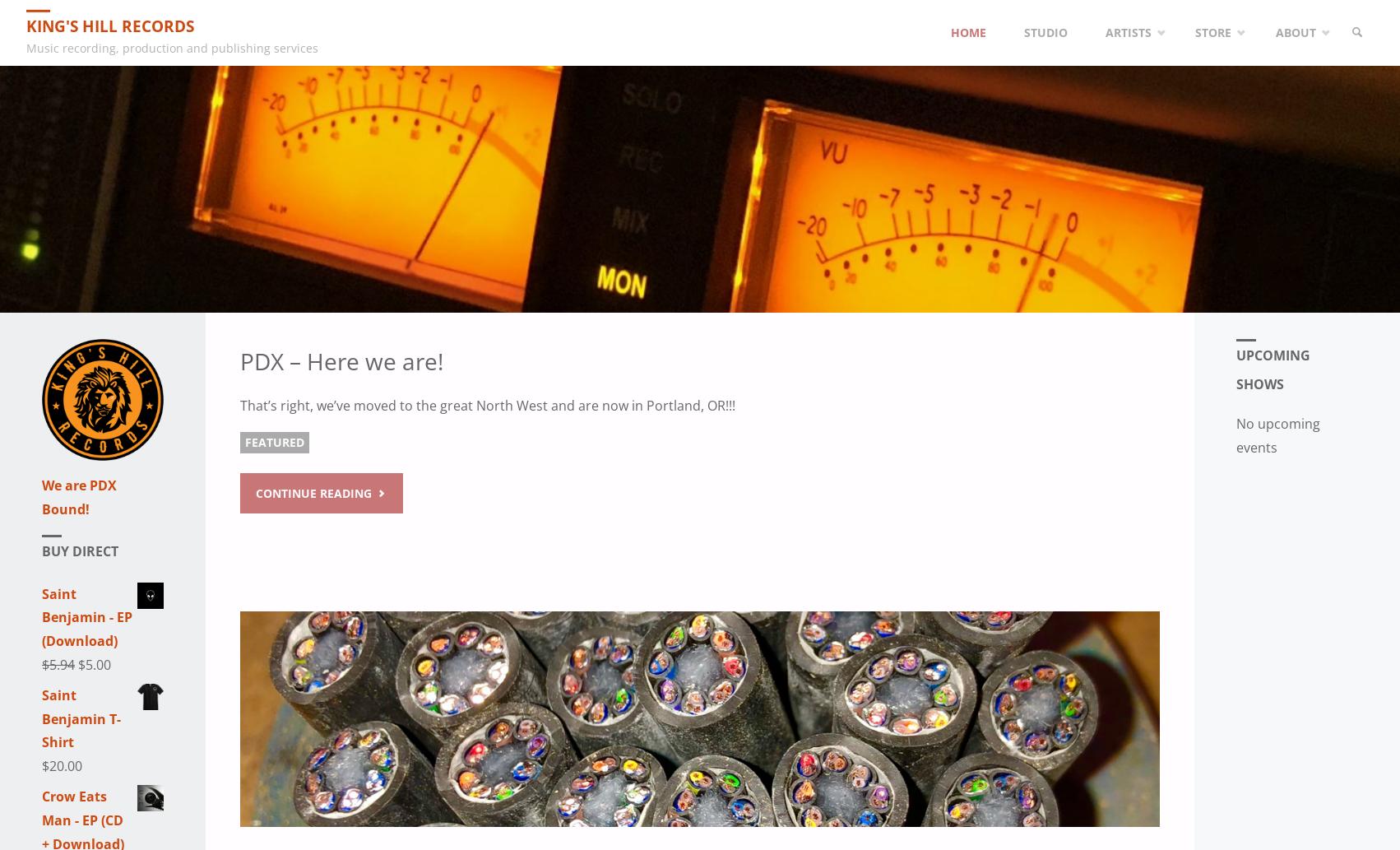  I want to click on '5.94', so click(62, 665).